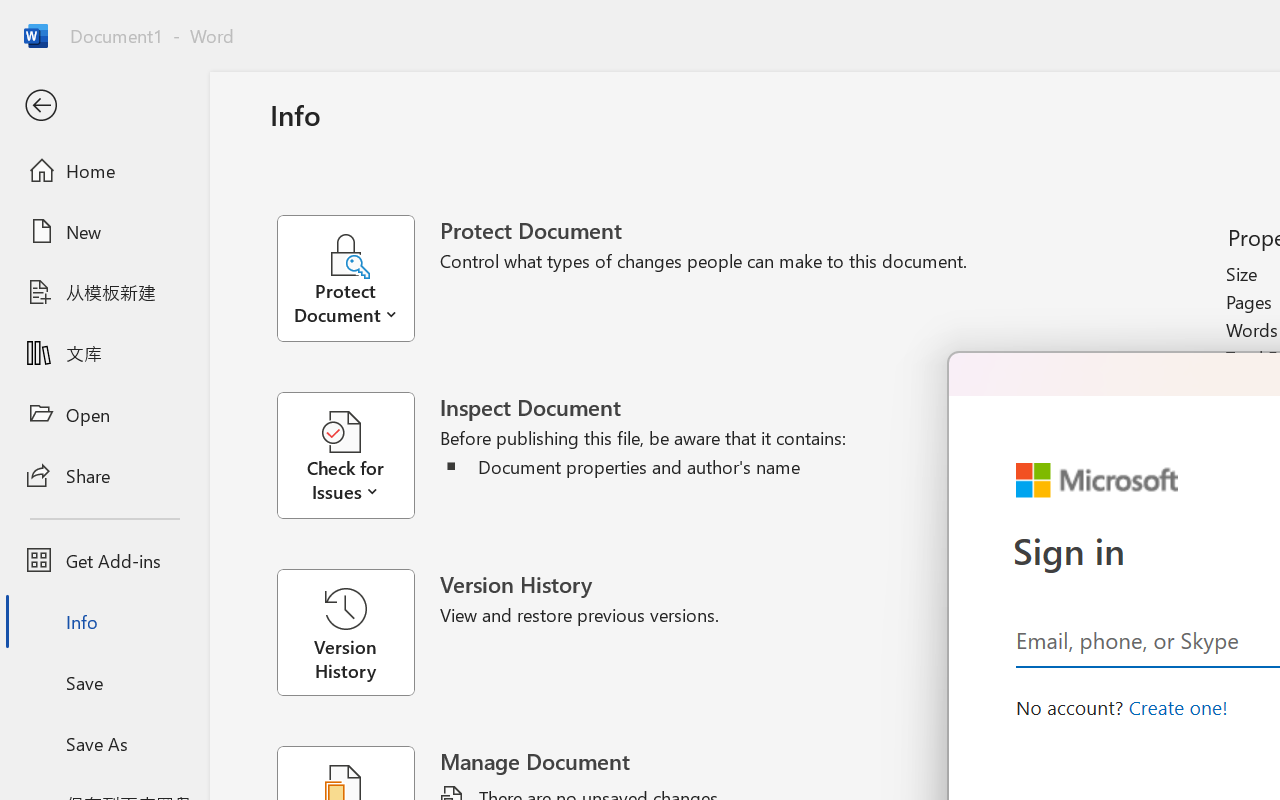 The height and width of the screenshot is (800, 1280). What do you see at coordinates (103, 105) in the screenshot?
I see `'Back'` at bounding box center [103, 105].